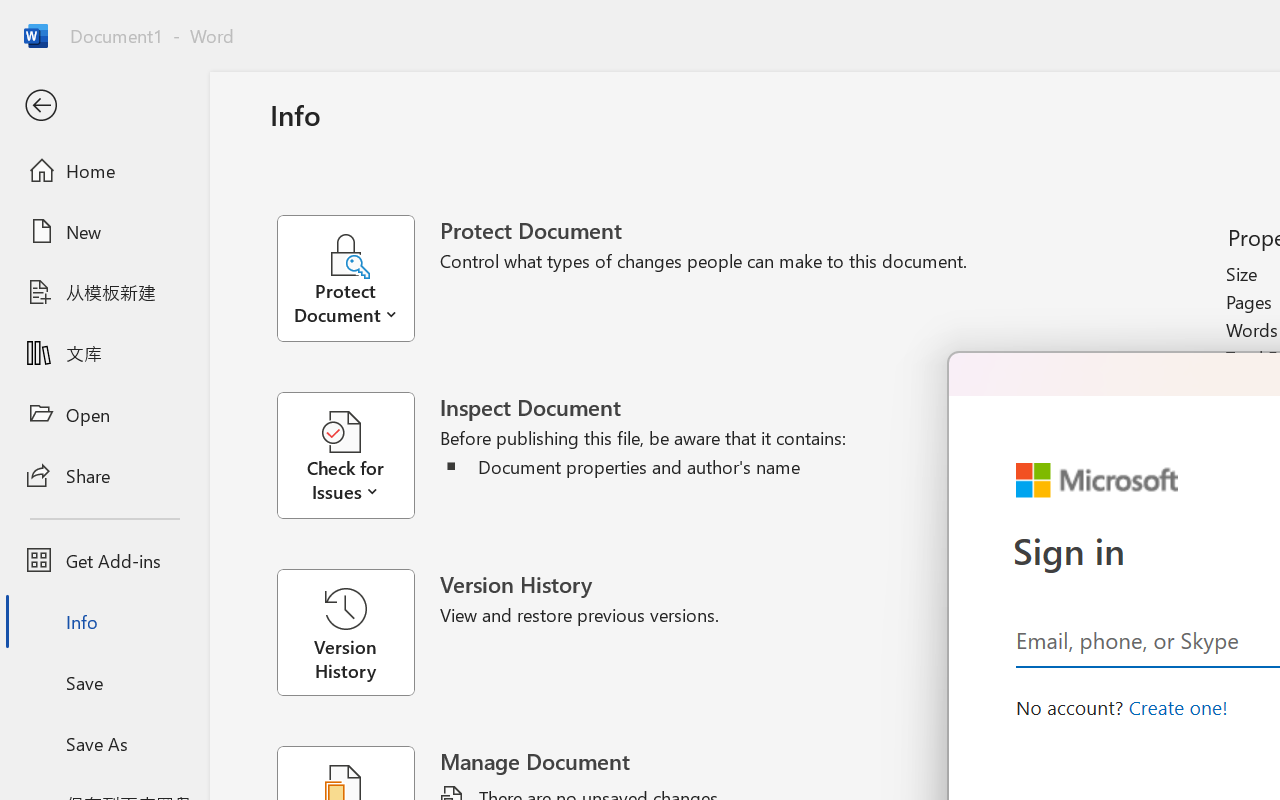 The height and width of the screenshot is (800, 1280). What do you see at coordinates (103, 105) in the screenshot?
I see `'Back'` at bounding box center [103, 105].